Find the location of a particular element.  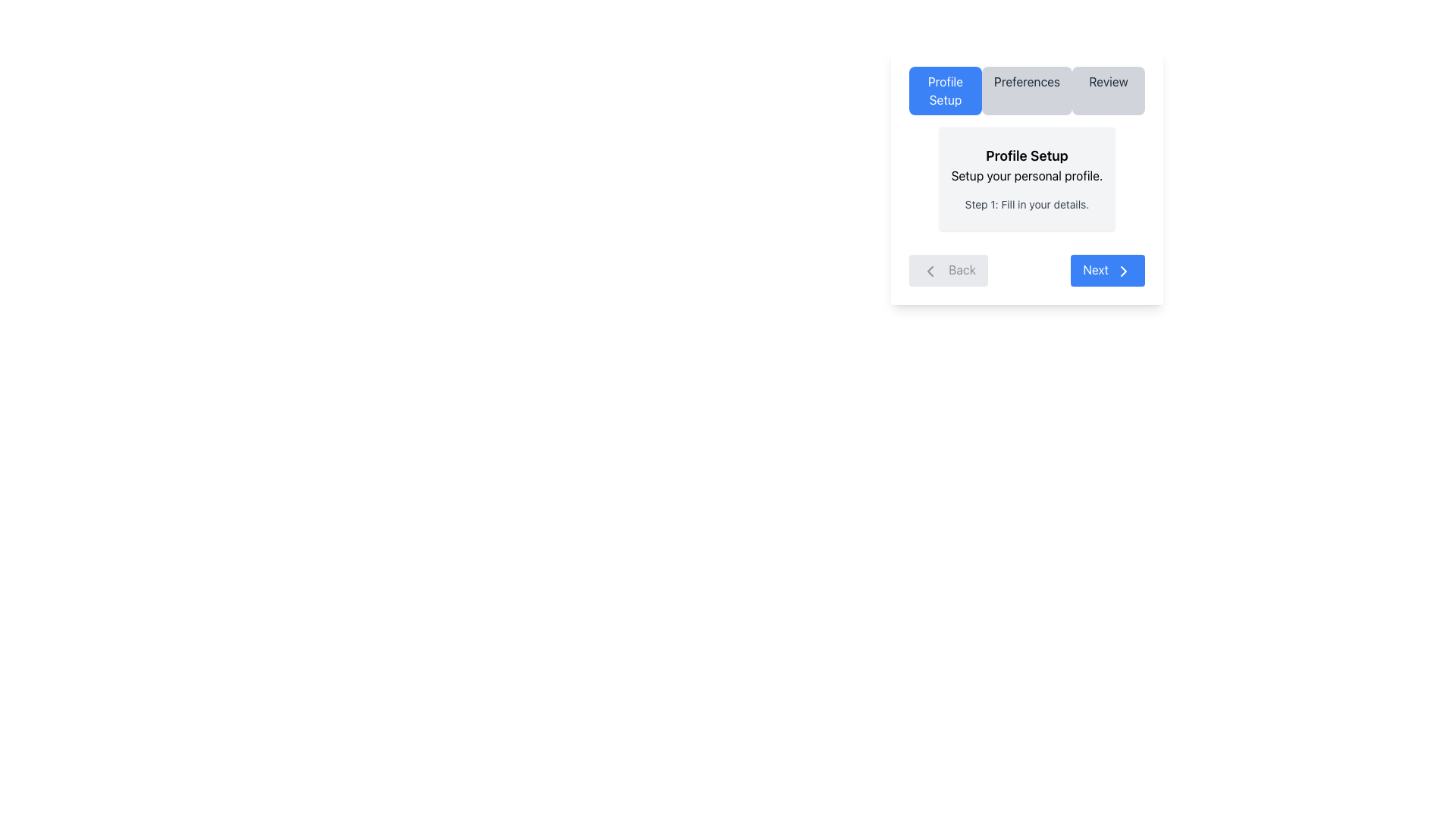

the 'Review' button, which is the third button in a sequence of three horizontally aligned buttons with a gray background and dark text is located at coordinates (1109, 90).